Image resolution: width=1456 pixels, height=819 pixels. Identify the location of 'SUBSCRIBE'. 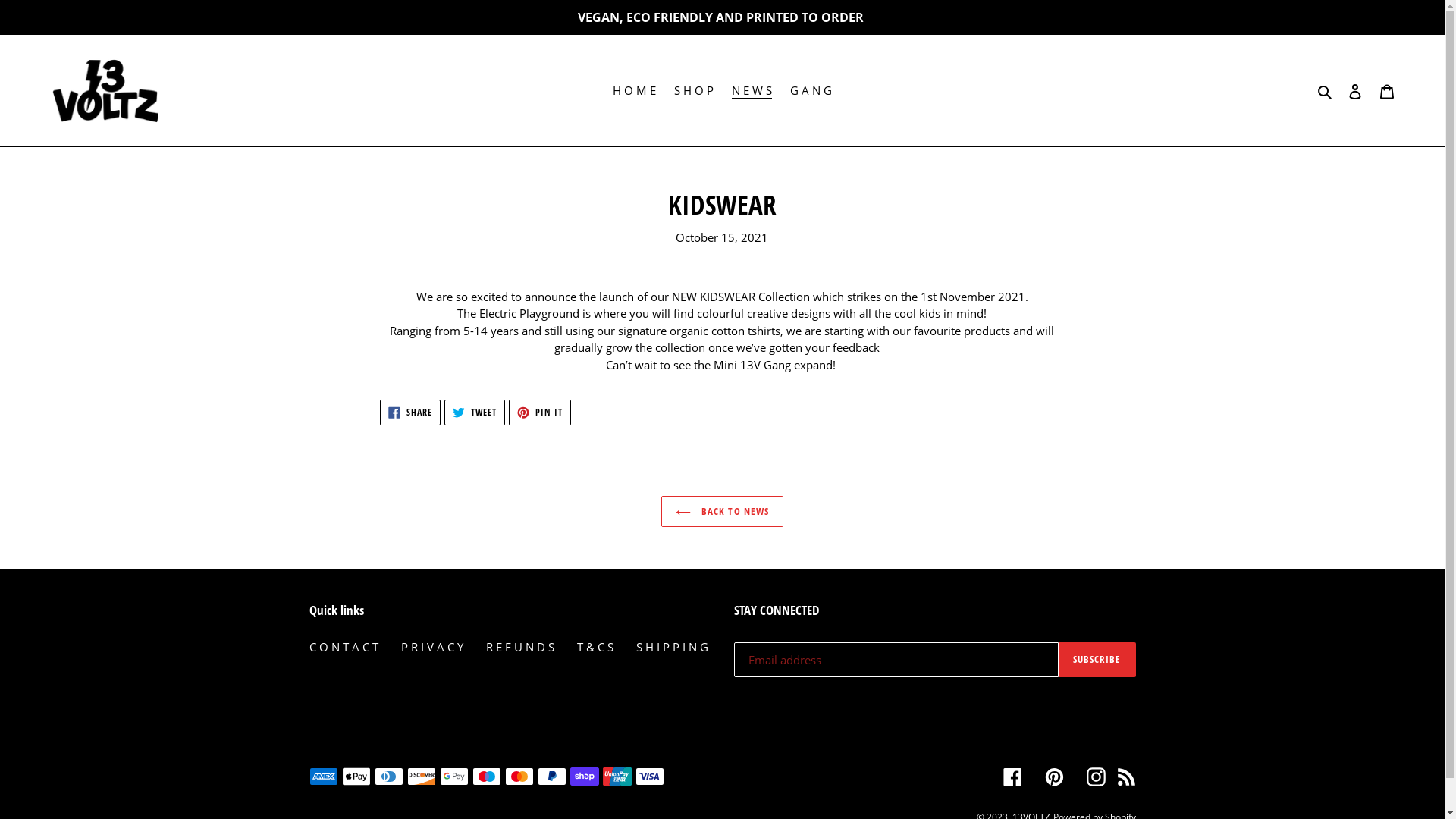
(1097, 659).